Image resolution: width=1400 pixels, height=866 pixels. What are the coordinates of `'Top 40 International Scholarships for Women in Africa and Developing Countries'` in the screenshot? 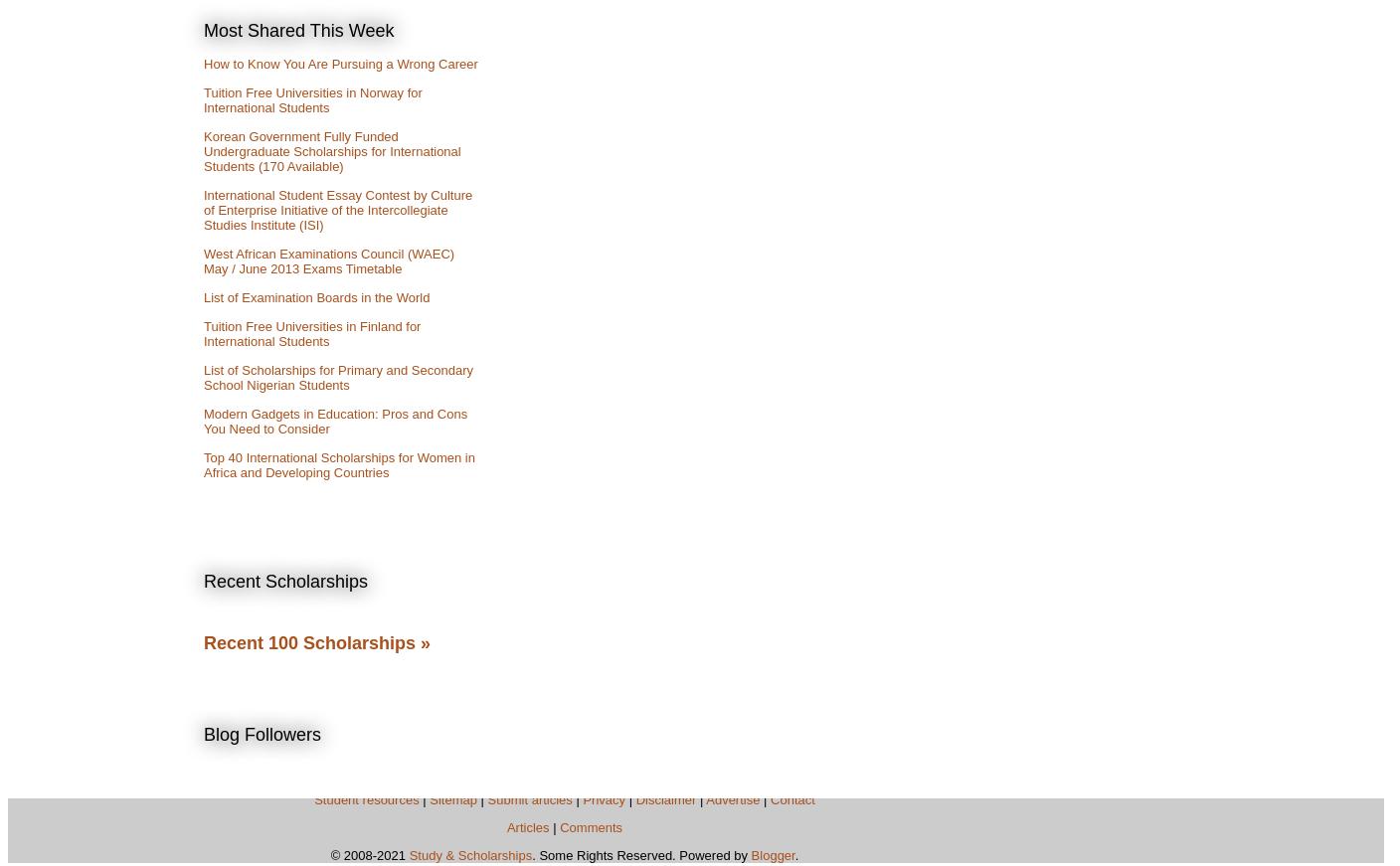 It's located at (203, 464).